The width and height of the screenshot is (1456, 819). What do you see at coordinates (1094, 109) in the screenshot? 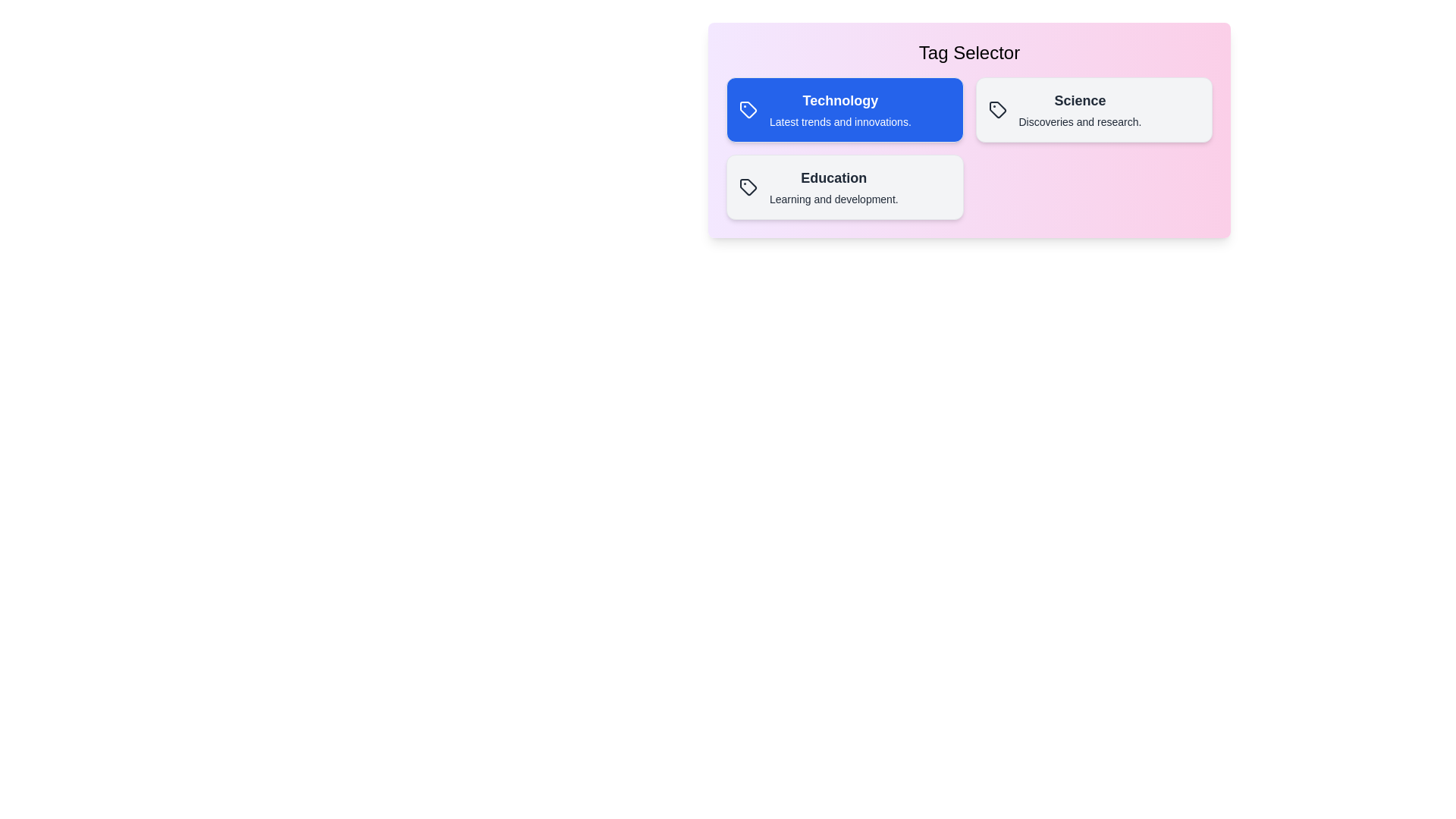
I see `the tag Science to toggle its selection status` at bounding box center [1094, 109].